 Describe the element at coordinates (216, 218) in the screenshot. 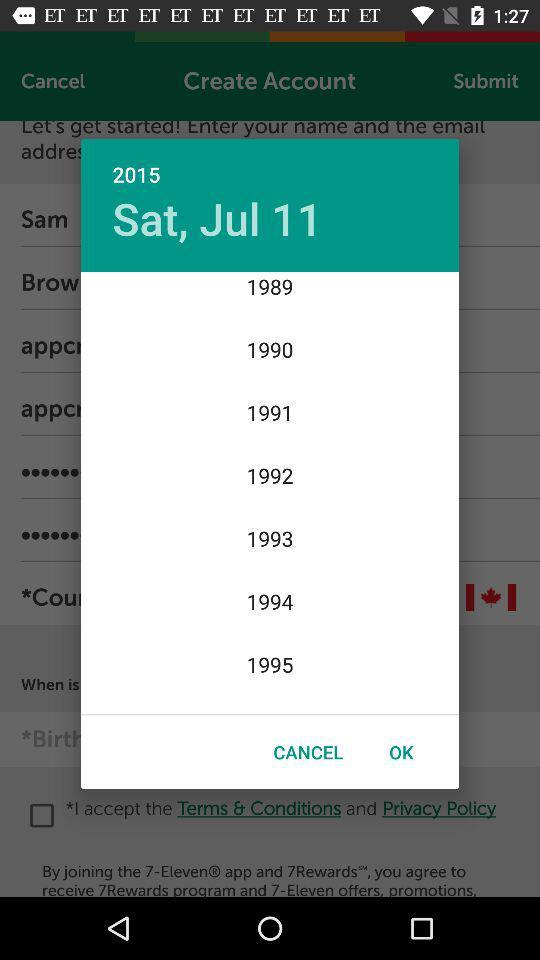

I see `icon above the 1989 icon` at that location.